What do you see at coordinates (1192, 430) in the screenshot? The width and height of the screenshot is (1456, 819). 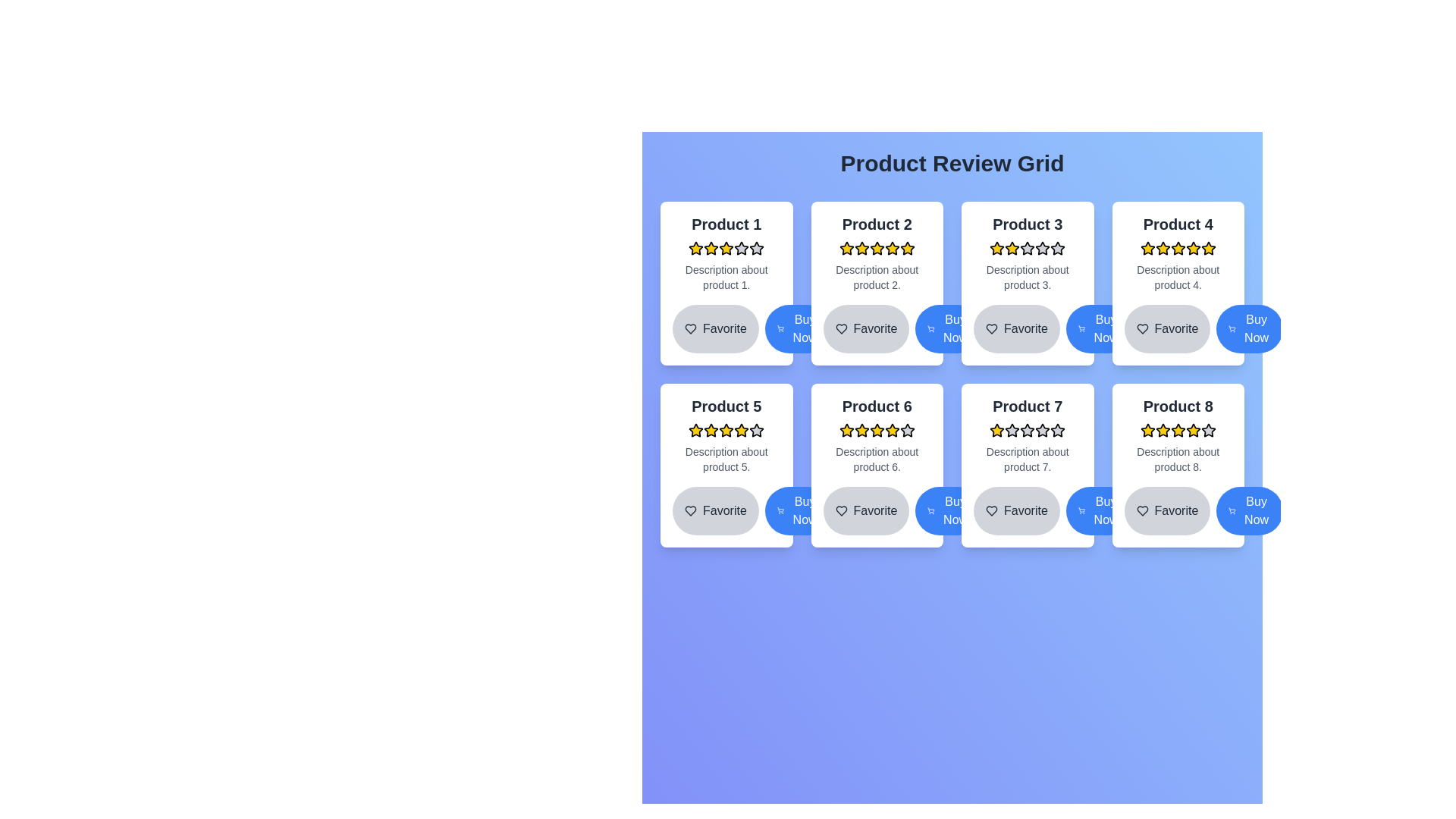 I see `the third star in the rating system of Product 8` at bounding box center [1192, 430].